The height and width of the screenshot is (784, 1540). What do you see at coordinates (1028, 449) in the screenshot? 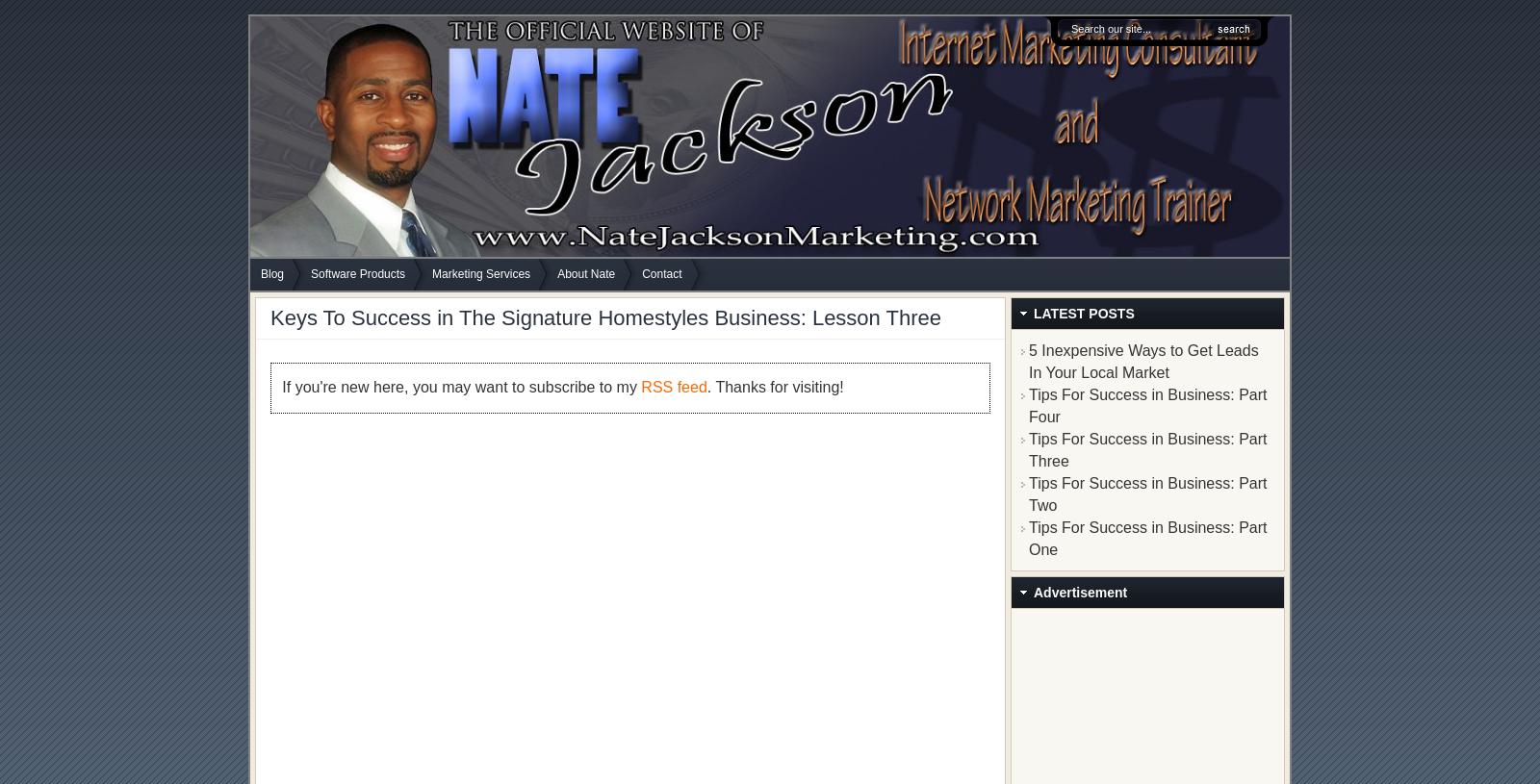
I see `'Tips For Success in Business: Part Three'` at bounding box center [1028, 449].